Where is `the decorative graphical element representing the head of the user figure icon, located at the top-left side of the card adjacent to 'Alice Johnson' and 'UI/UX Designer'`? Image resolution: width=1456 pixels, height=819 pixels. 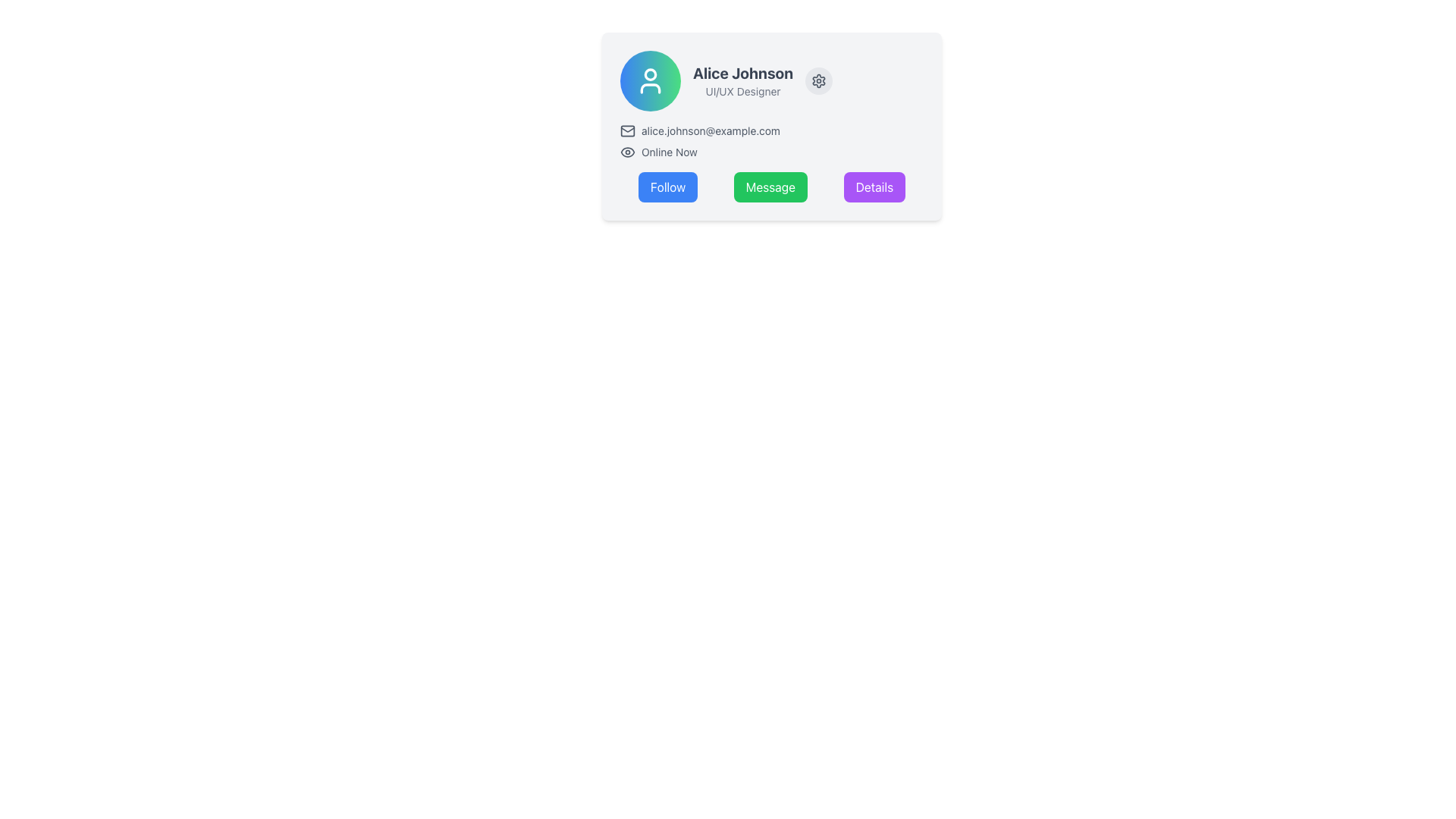 the decorative graphical element representing the head of the user figure icon, located at the top-left side of the card adjacent to 'Alice Johnson' and 'UI/UX Designer' is located at coordinates (651, 74).